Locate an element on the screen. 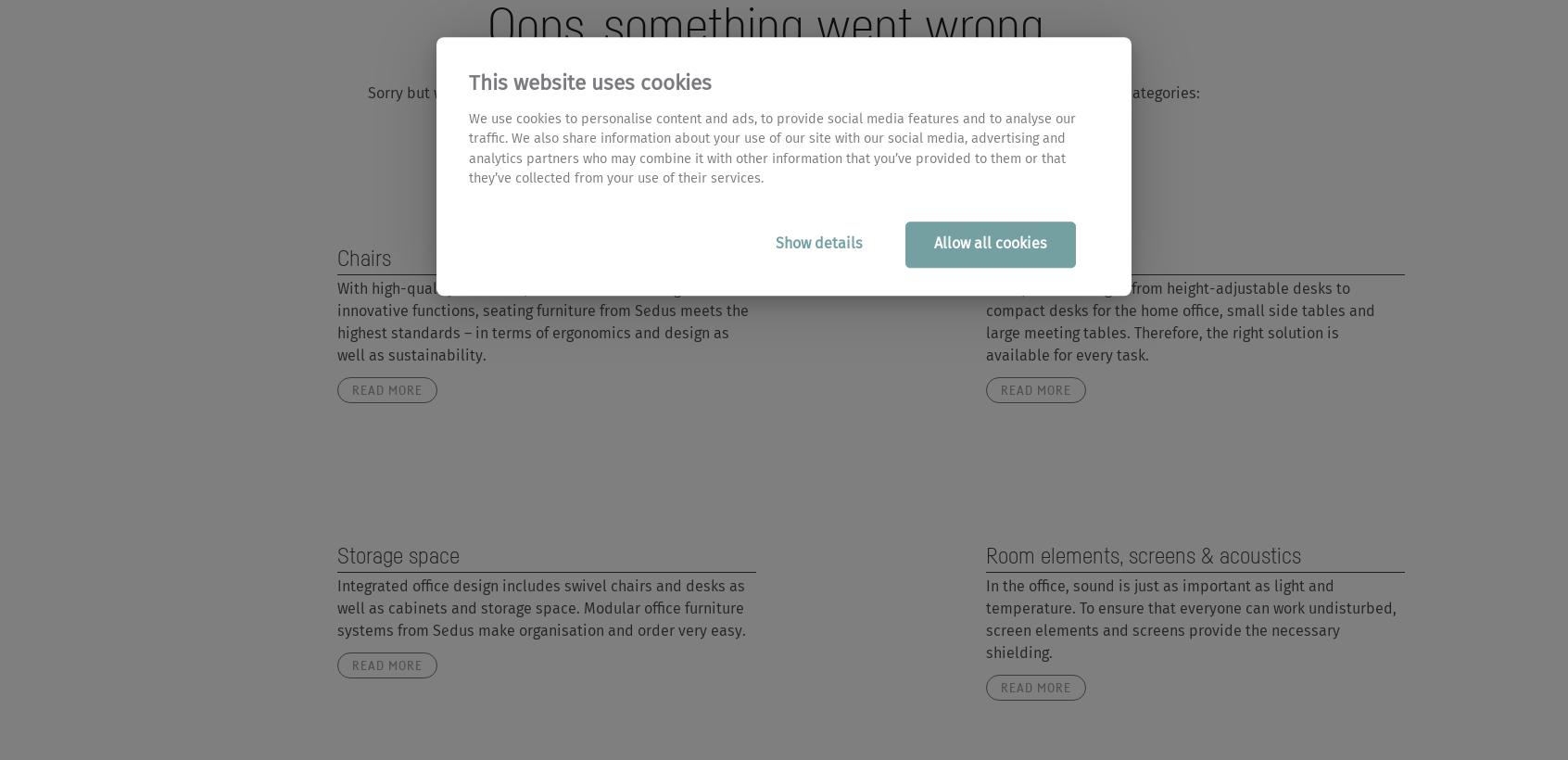 This screenshot has height=760, width=1568. 'Integrated office design includes swivel chairs and desks as well as cabinets and storage space. Modular office furniture systems from Sedus make organisation and order very easy.' is located at coordinates (539, 607).